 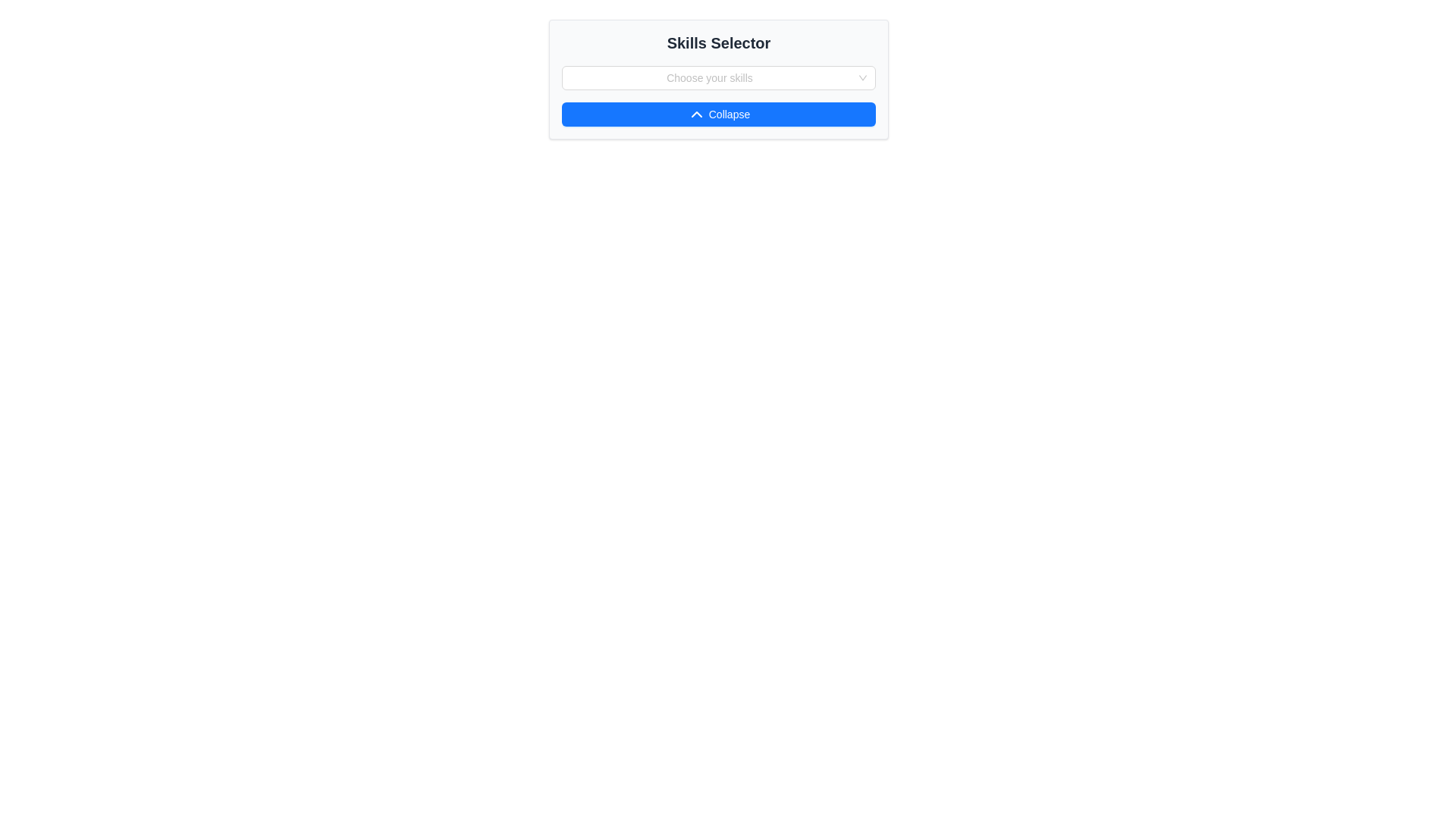 What do you see at coordinates (695, 113) in the screenshot?
I see `the upward-pointing chevron icon within the 'Collapse' button` at bounding box center [695, 113].